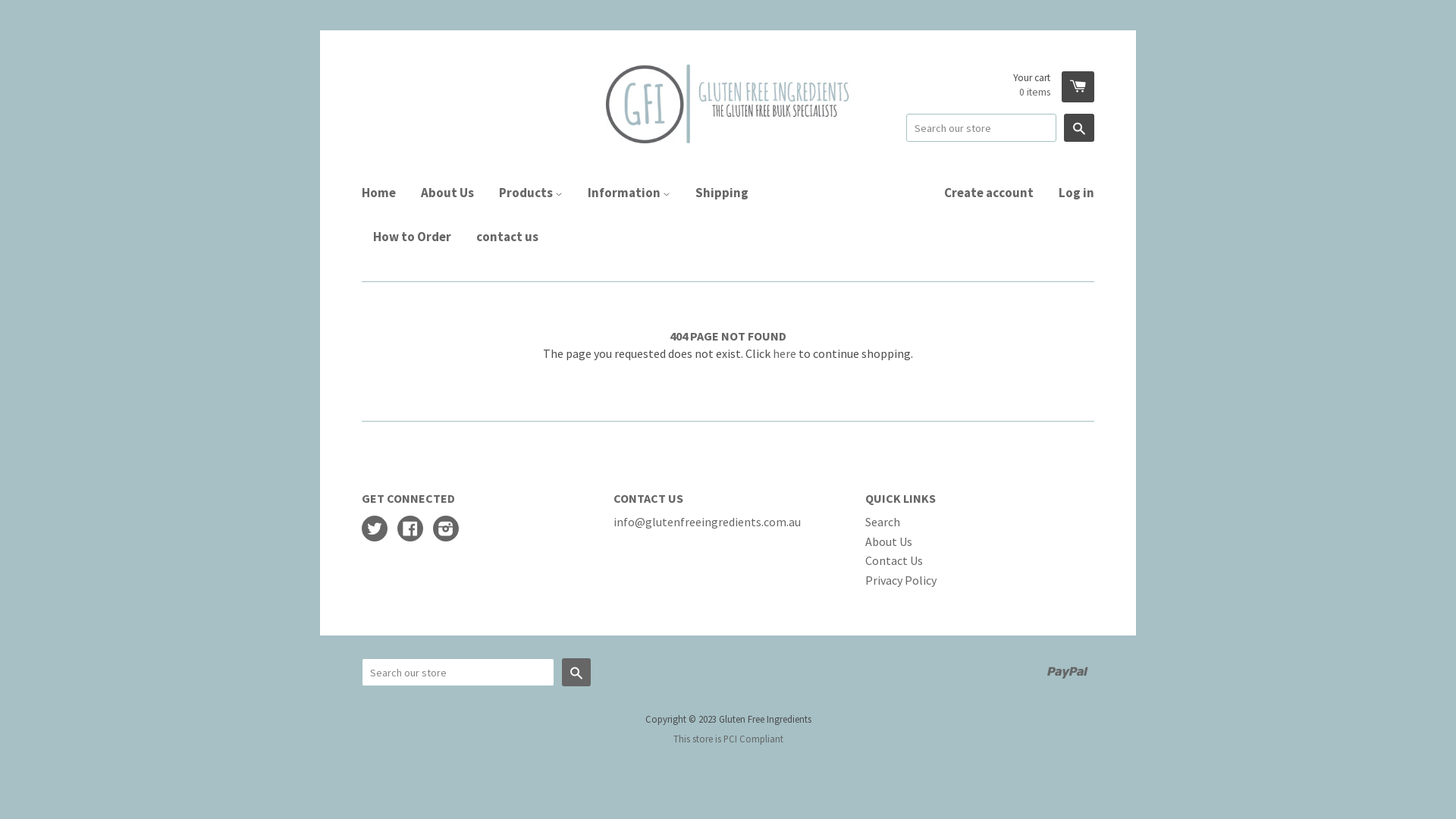 This screenshot has height=819, width=1456. What do you see at coordinates (989, 192) in the screenshot?
I see `'Create account'` at bounding box center [989, 192].